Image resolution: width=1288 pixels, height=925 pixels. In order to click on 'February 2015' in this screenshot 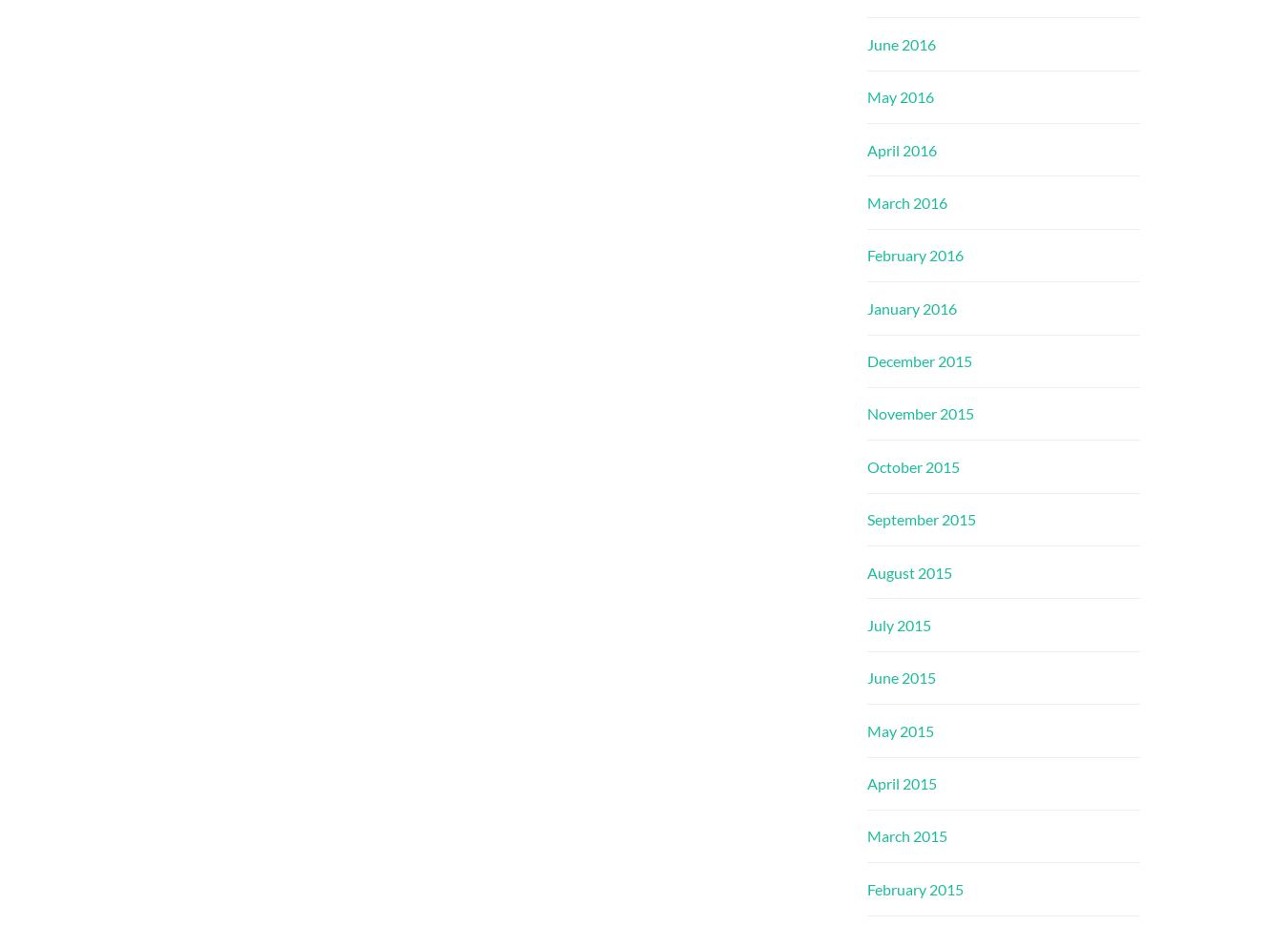, I will do `click(914, 887)`.